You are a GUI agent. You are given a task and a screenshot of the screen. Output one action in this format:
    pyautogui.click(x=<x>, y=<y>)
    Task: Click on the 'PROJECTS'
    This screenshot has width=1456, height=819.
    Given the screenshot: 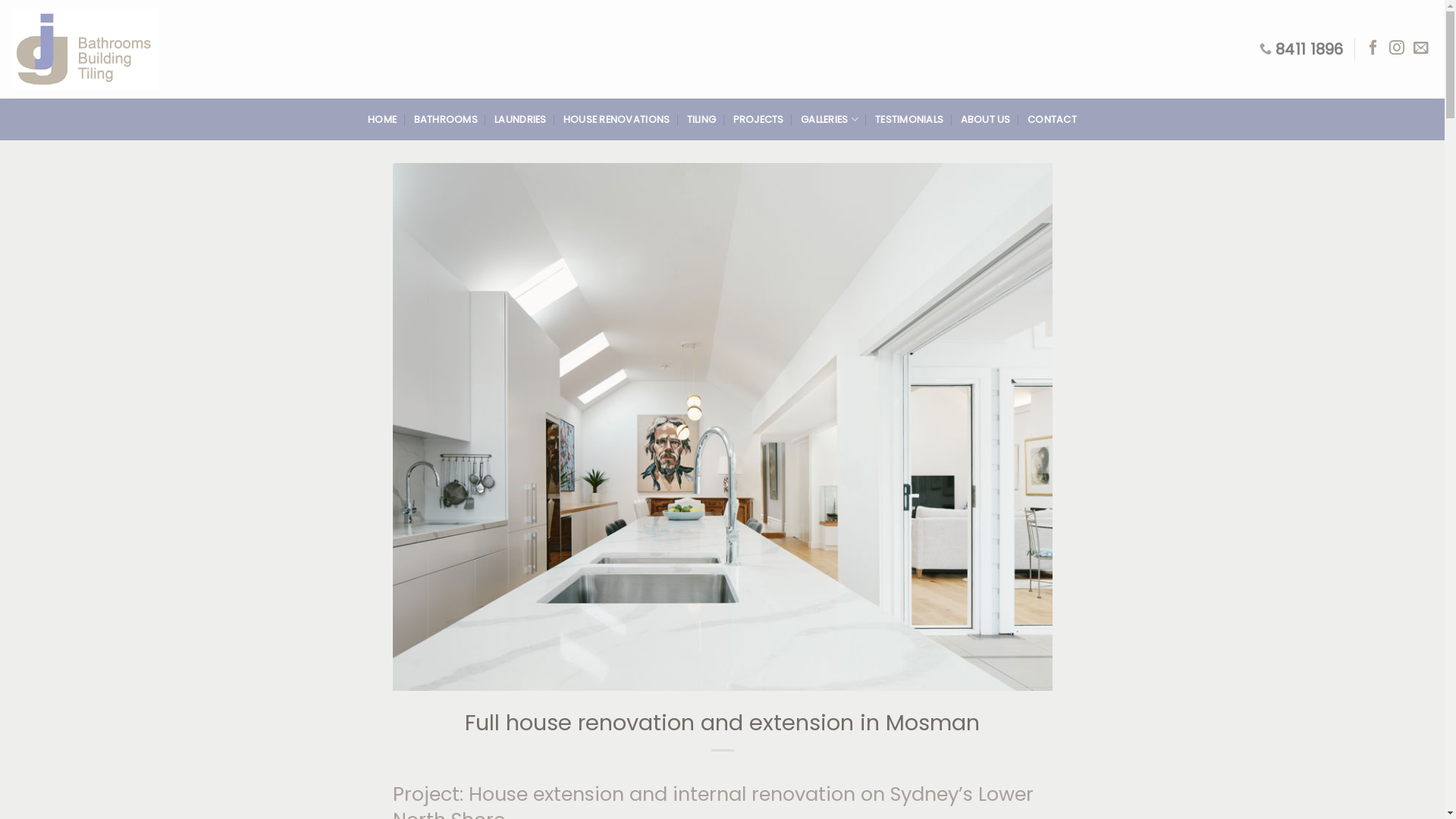 What is the action you would take?
    pyautogui.click(x=733, y=119)
    